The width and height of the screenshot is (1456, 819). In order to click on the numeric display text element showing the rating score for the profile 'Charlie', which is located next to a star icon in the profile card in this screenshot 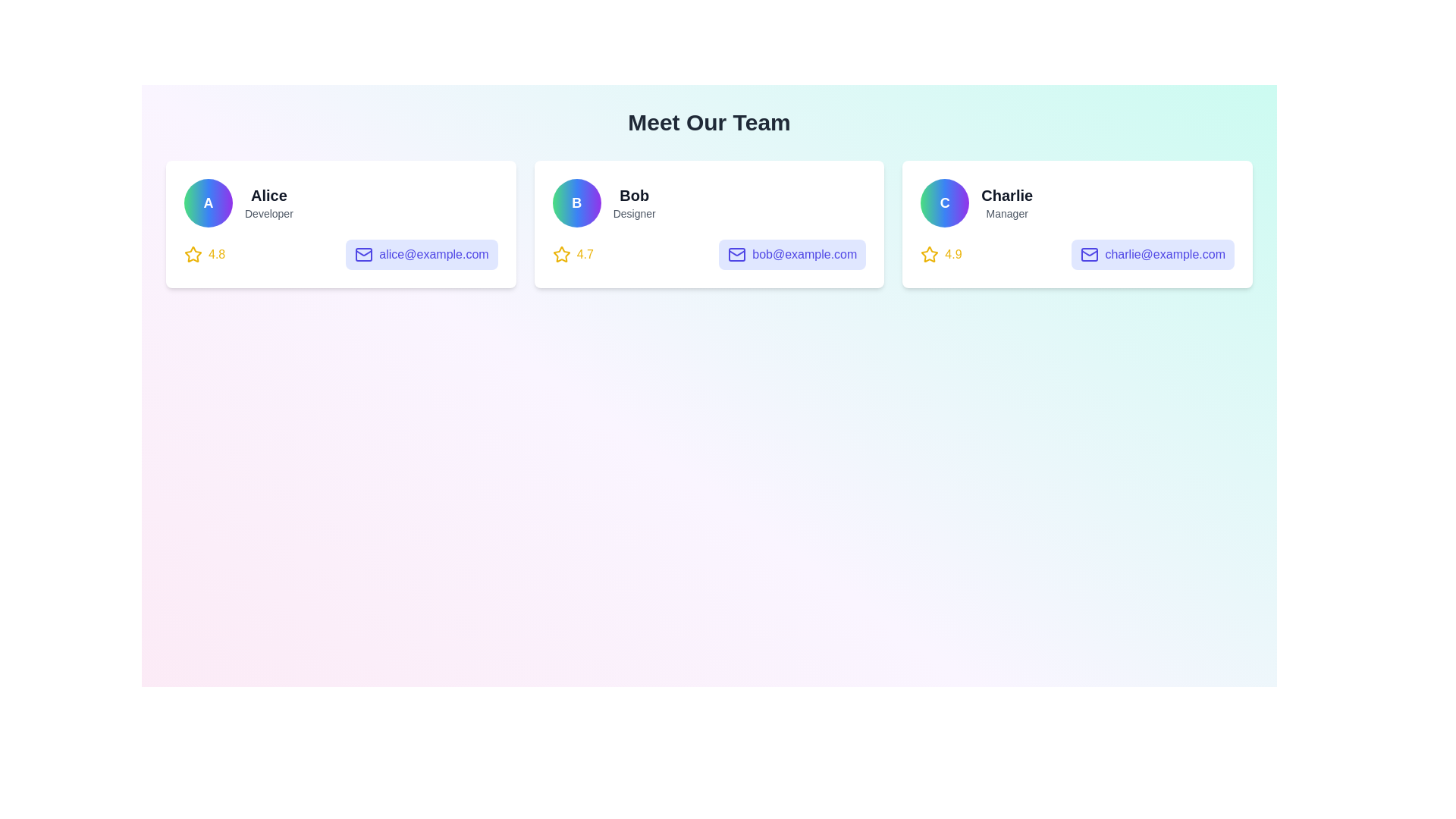, I will do `click(952, 253)`.